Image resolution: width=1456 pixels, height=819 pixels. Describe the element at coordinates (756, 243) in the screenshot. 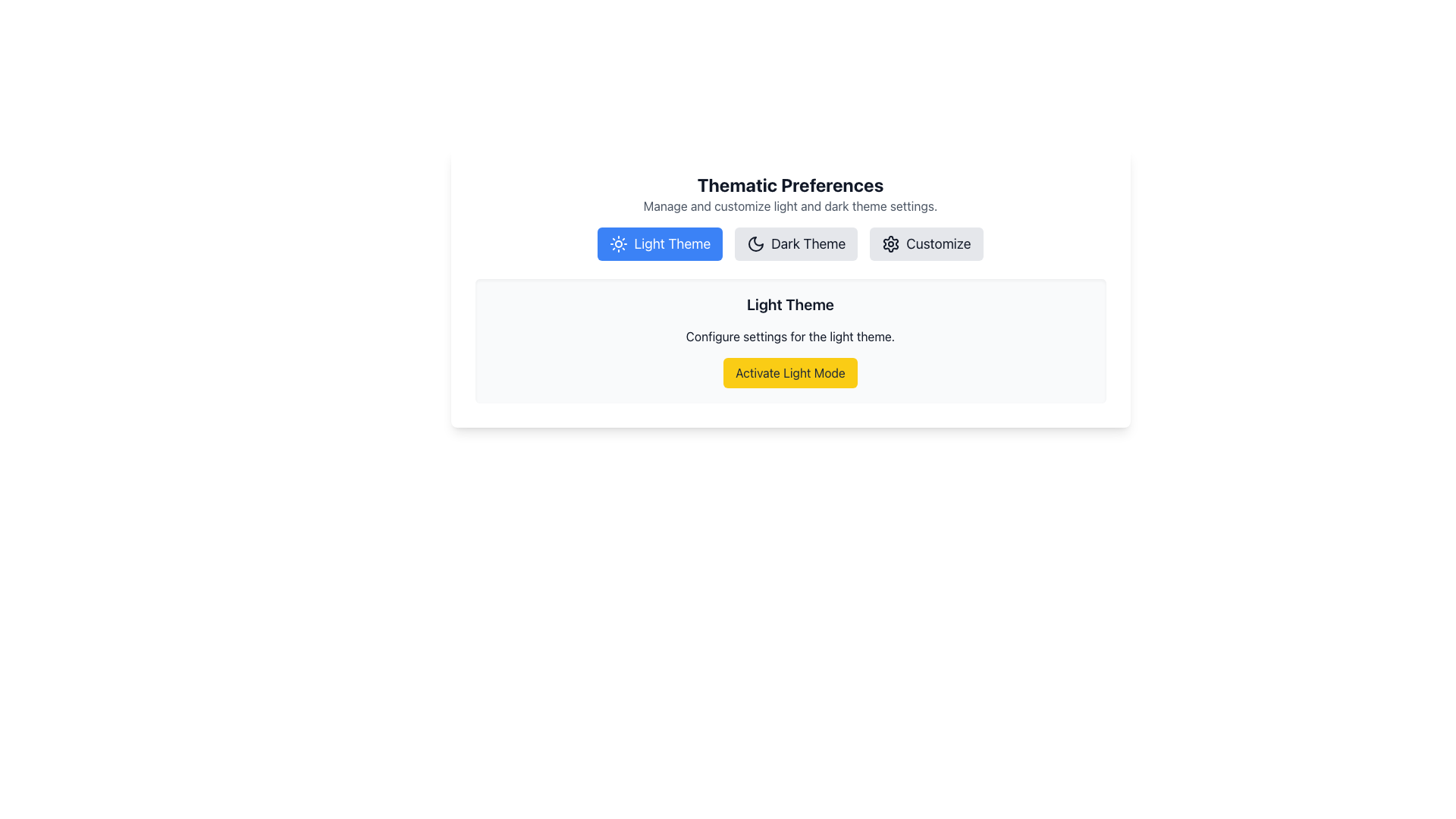

I see `the crescent moon icon inside the 'Dark Theme' button in the 'Thematic Preferences' section` at that location.